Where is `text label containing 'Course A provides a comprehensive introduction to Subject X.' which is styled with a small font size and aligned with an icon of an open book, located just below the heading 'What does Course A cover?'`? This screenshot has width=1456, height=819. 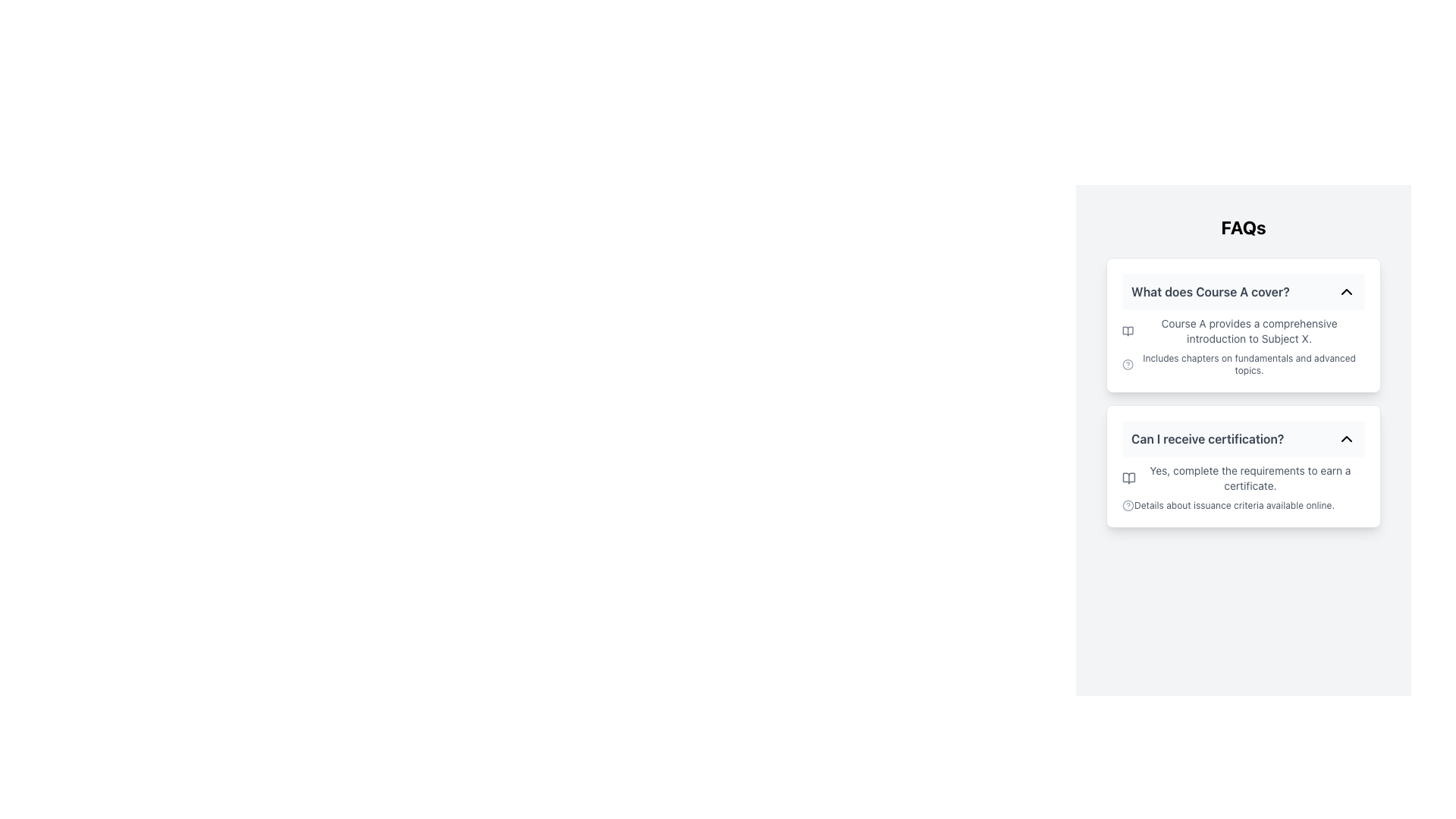
text label containing 'Course A provides a comprehensive introduction to Subject X.' which is styled with a small font size and aligned with an icon of an open book, located just below the heading 'What does Course A cover?' is located at coordinates (1244, 330).